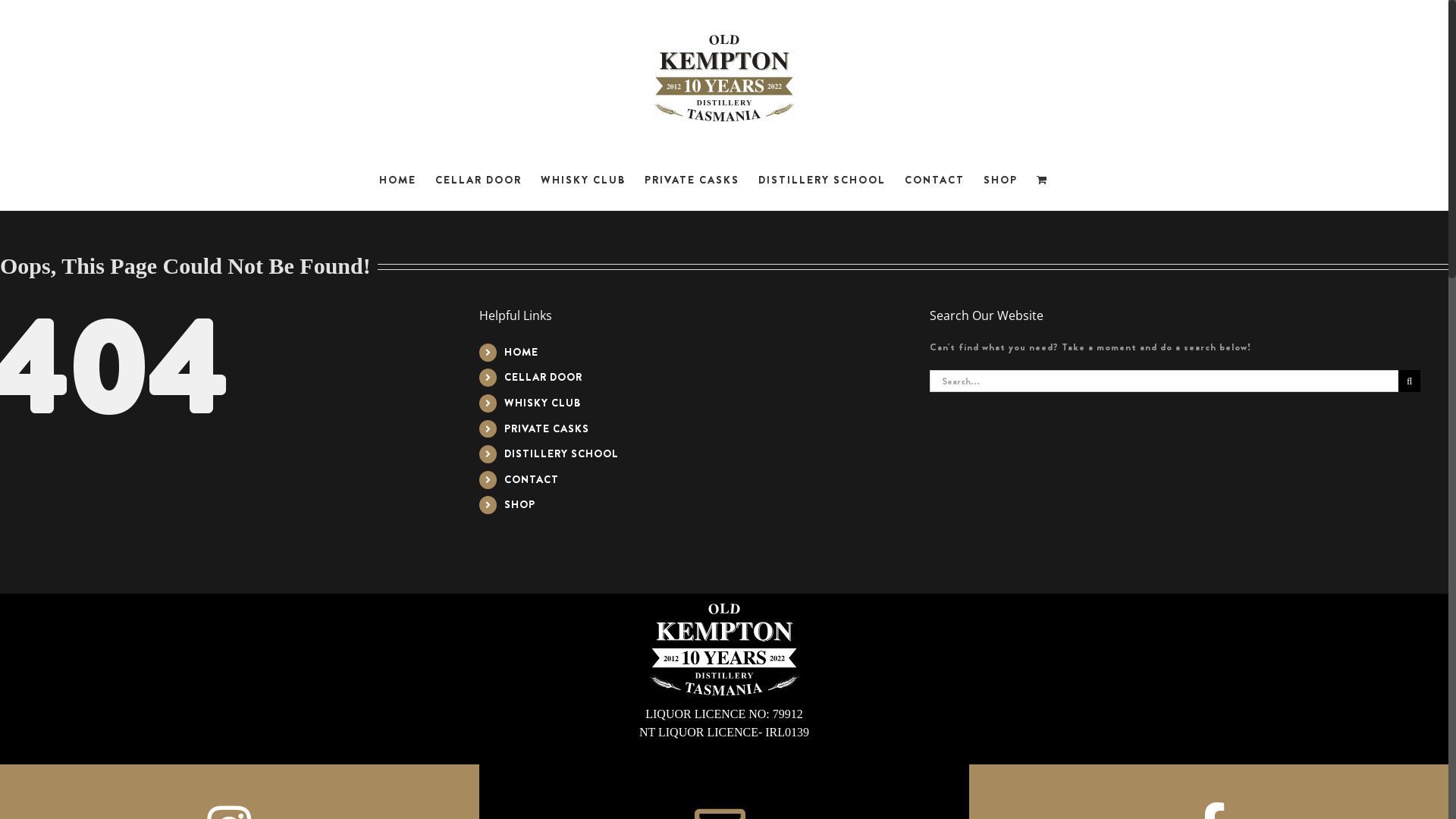 This screenshot has height=819, width=1456. I want to click on 'WHISKY CLUB', so click(504, 402).